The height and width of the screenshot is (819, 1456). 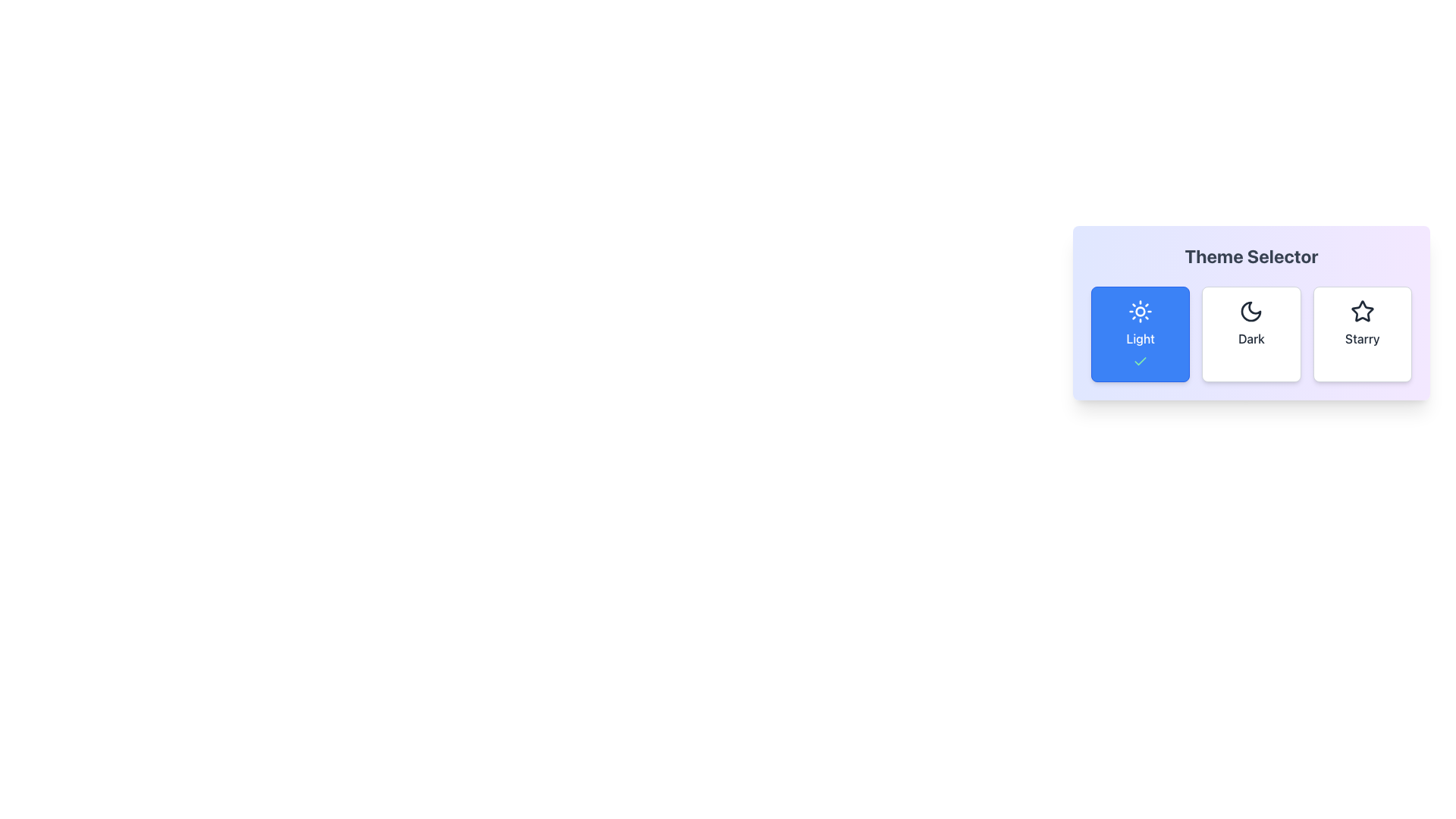 I want to click on the checkmark icon, which has a thin green stroke and is located within the 'Light' themed button on the leftmost side of the theme selector interface, below the 'Light' label text, so click(x=1141, y=362).